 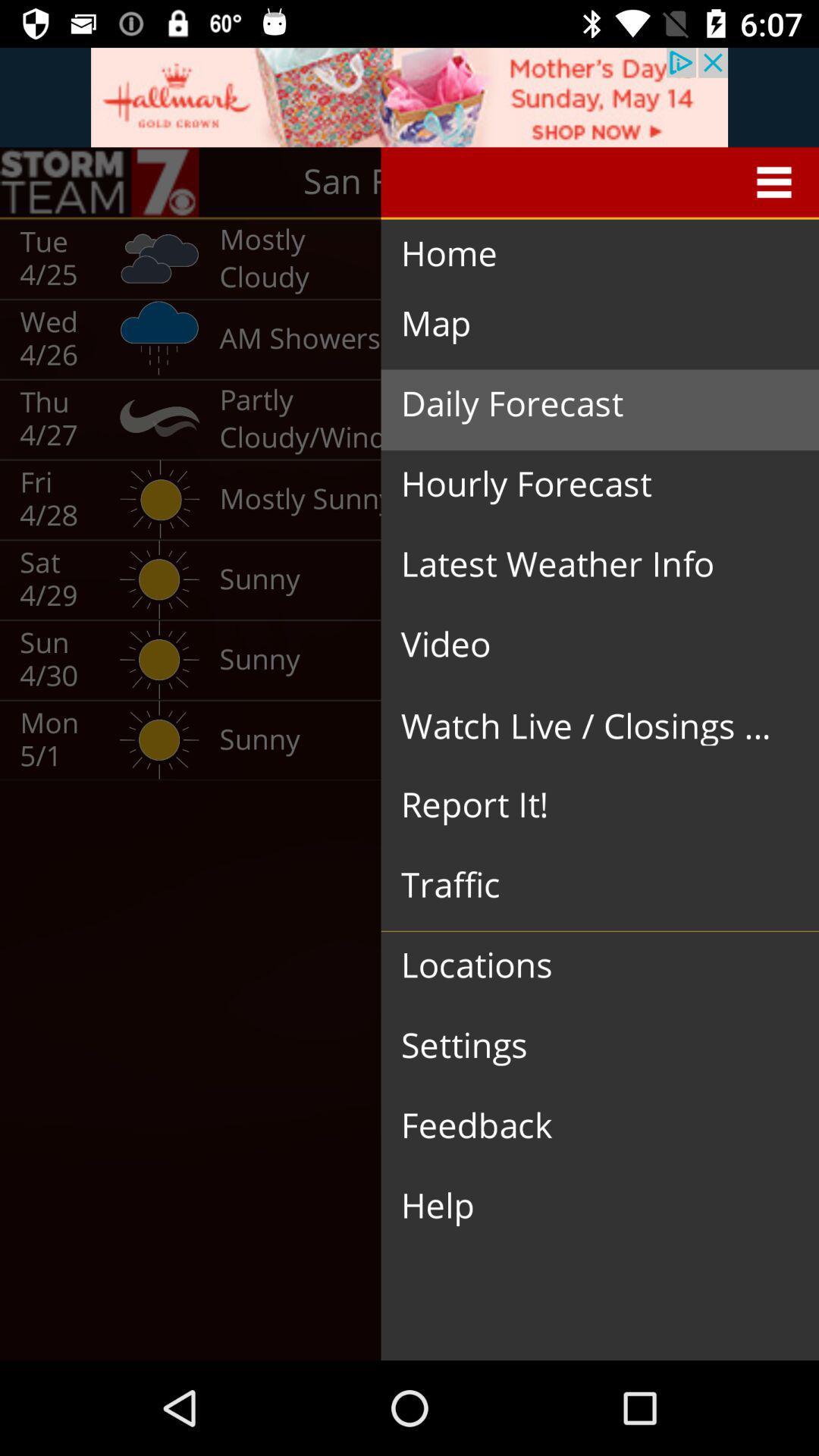 What do you see at coordinates (587, 965) in the screenshot?
I see `the locations icon` at bounding box center [587, 965].